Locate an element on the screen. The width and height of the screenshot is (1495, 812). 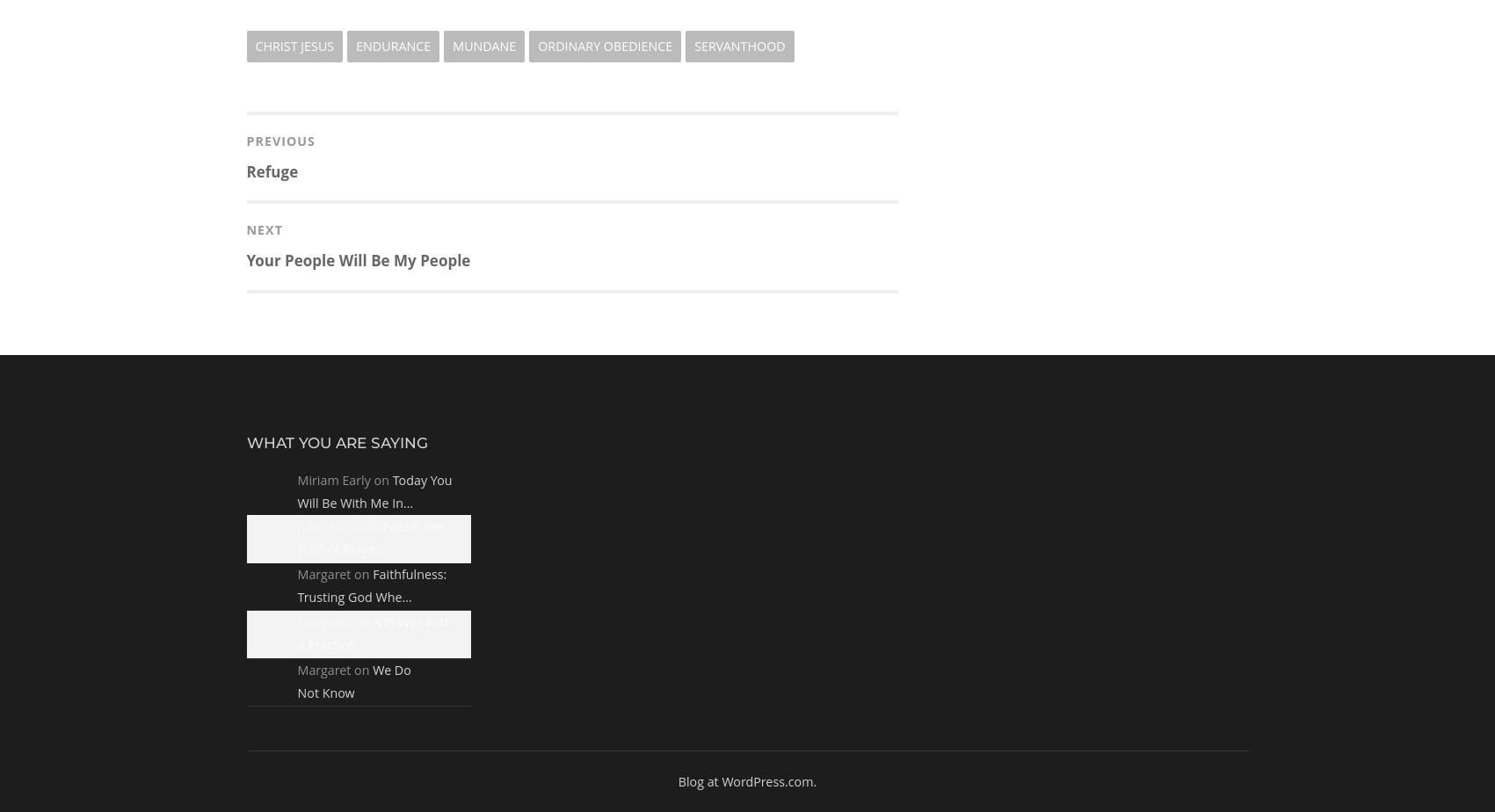
'Previous' is located at coordinates (279, 141).